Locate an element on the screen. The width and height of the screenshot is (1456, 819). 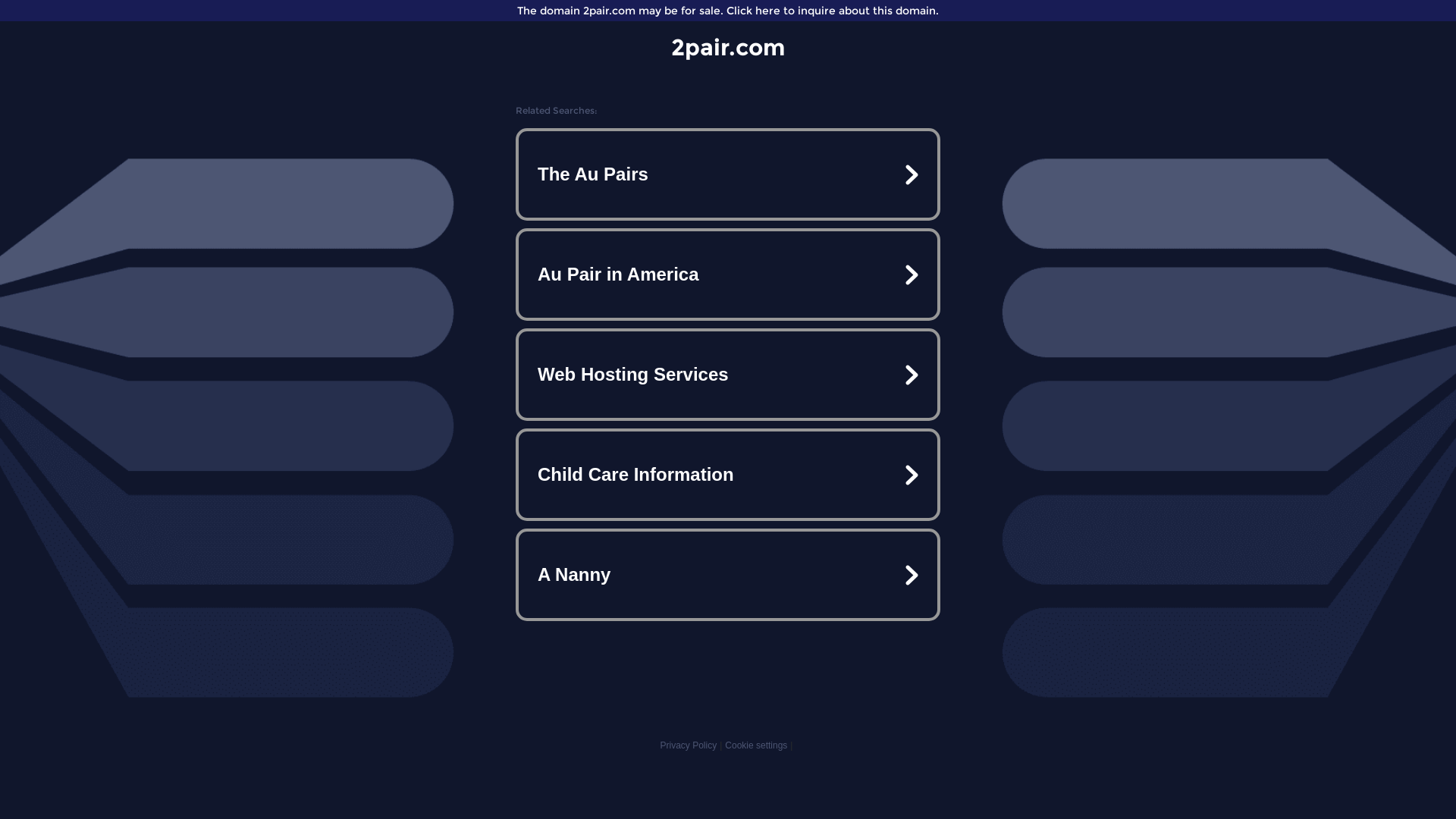
'Cookie settings' is located at coordinates (723, 745).